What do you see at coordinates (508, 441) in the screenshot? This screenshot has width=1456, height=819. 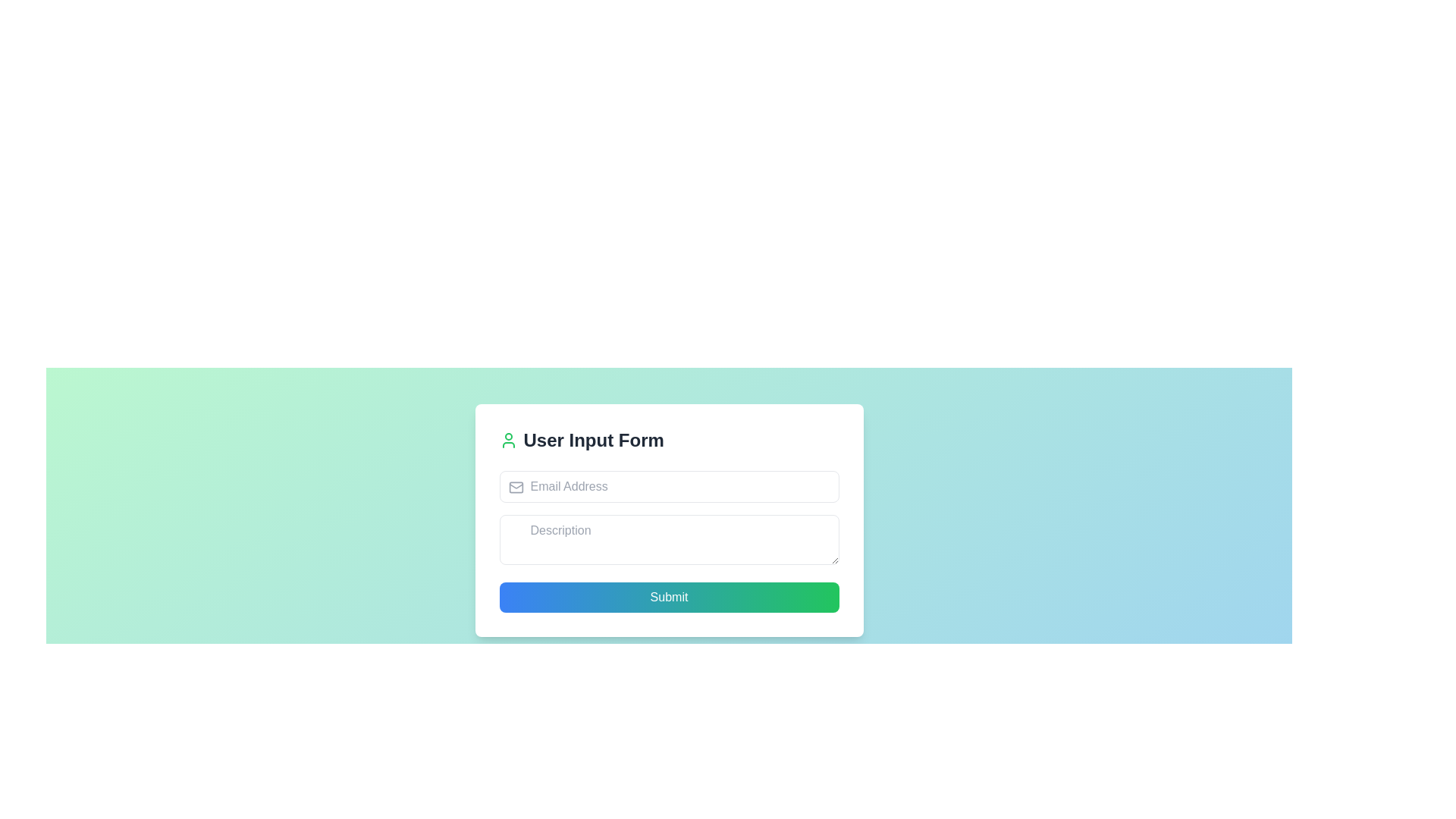 I see `the user input icon as a visual cue` at bounding box center [508, 441].